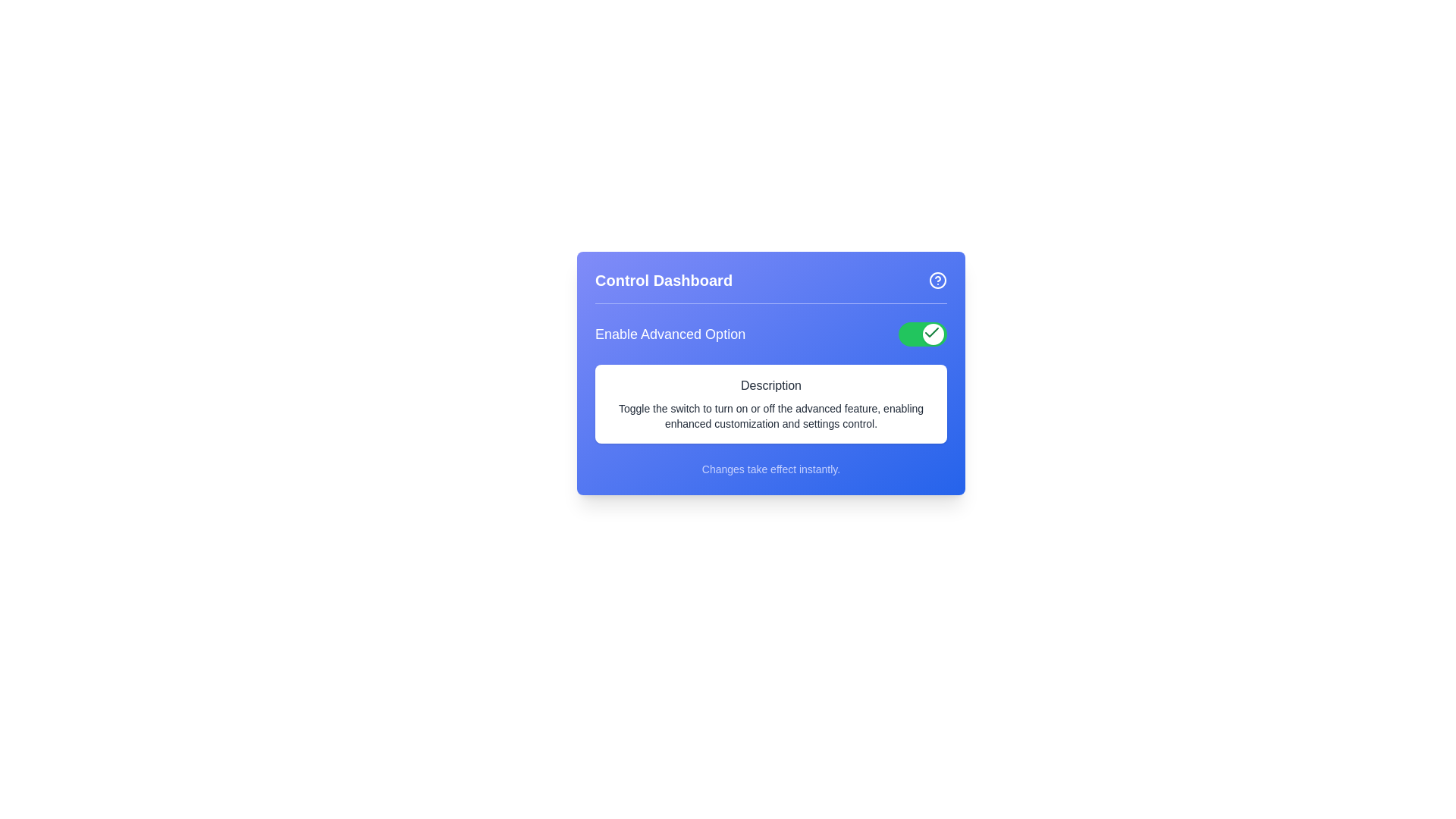 The height and width of the screenshot is (819, 1456). I want to click on the green toggle button indicating the enabled state of the feature, located to the right of 'Enable Advanced Option' to trigger a tooltip or highlight effect, so click(930, 332).